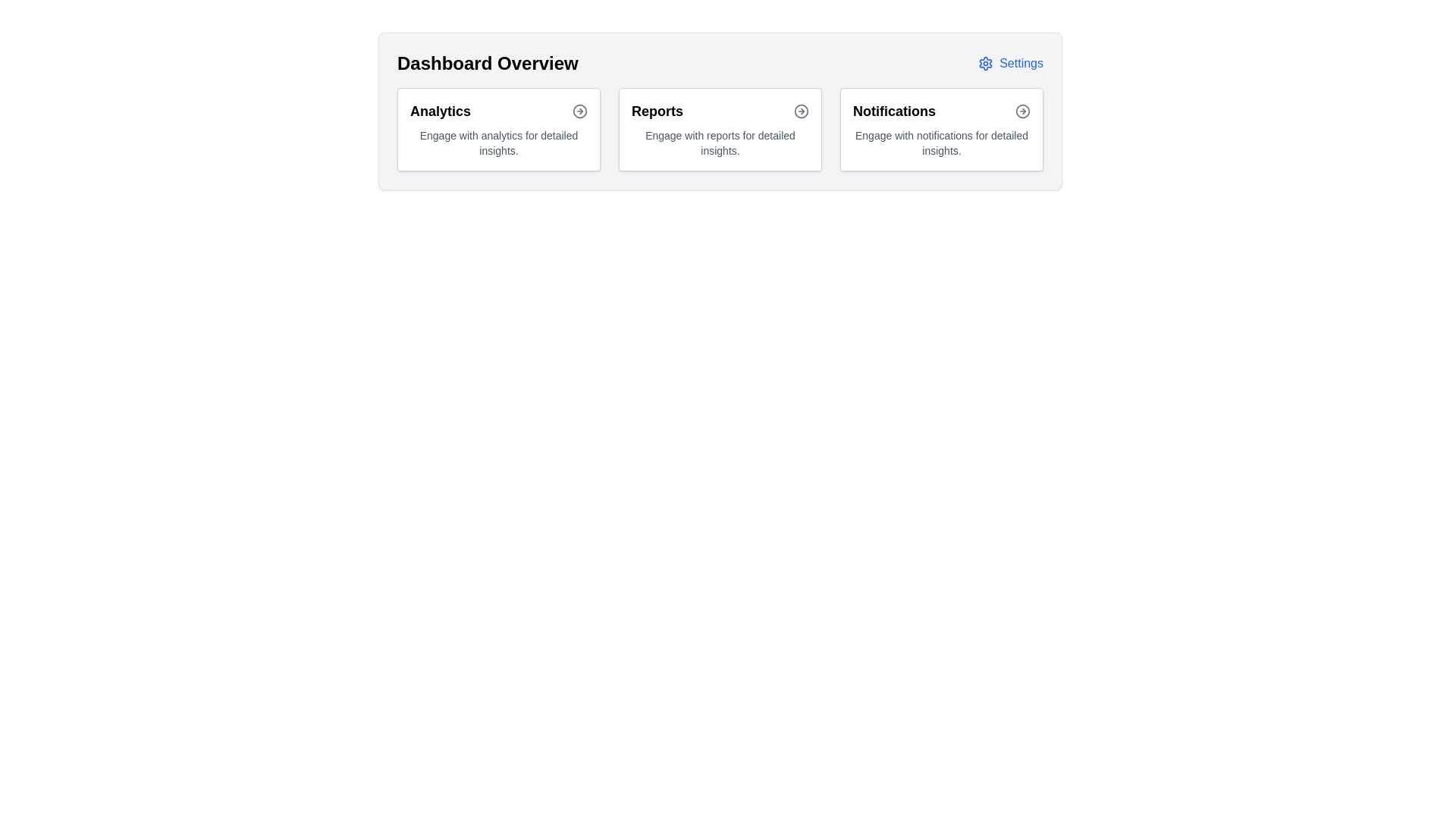 This screenshot has width=1456, height=819. I want to click on the gear icon representing settings functionality located at the top right corner of the interface, adjacent to the text labeled 'Settings', so click(986, 63).